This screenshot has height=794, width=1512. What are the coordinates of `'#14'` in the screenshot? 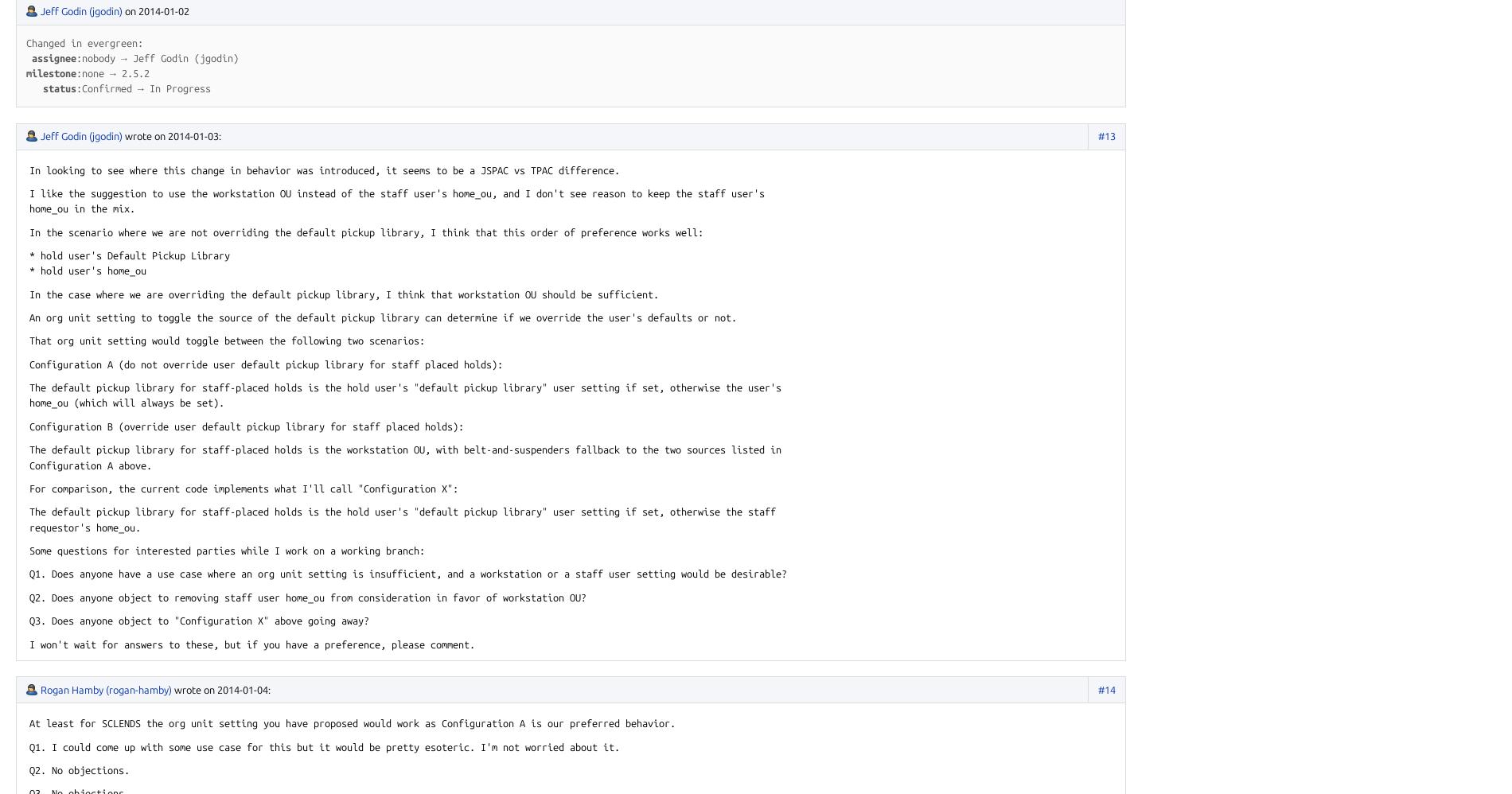 It's located at (1105, 687).